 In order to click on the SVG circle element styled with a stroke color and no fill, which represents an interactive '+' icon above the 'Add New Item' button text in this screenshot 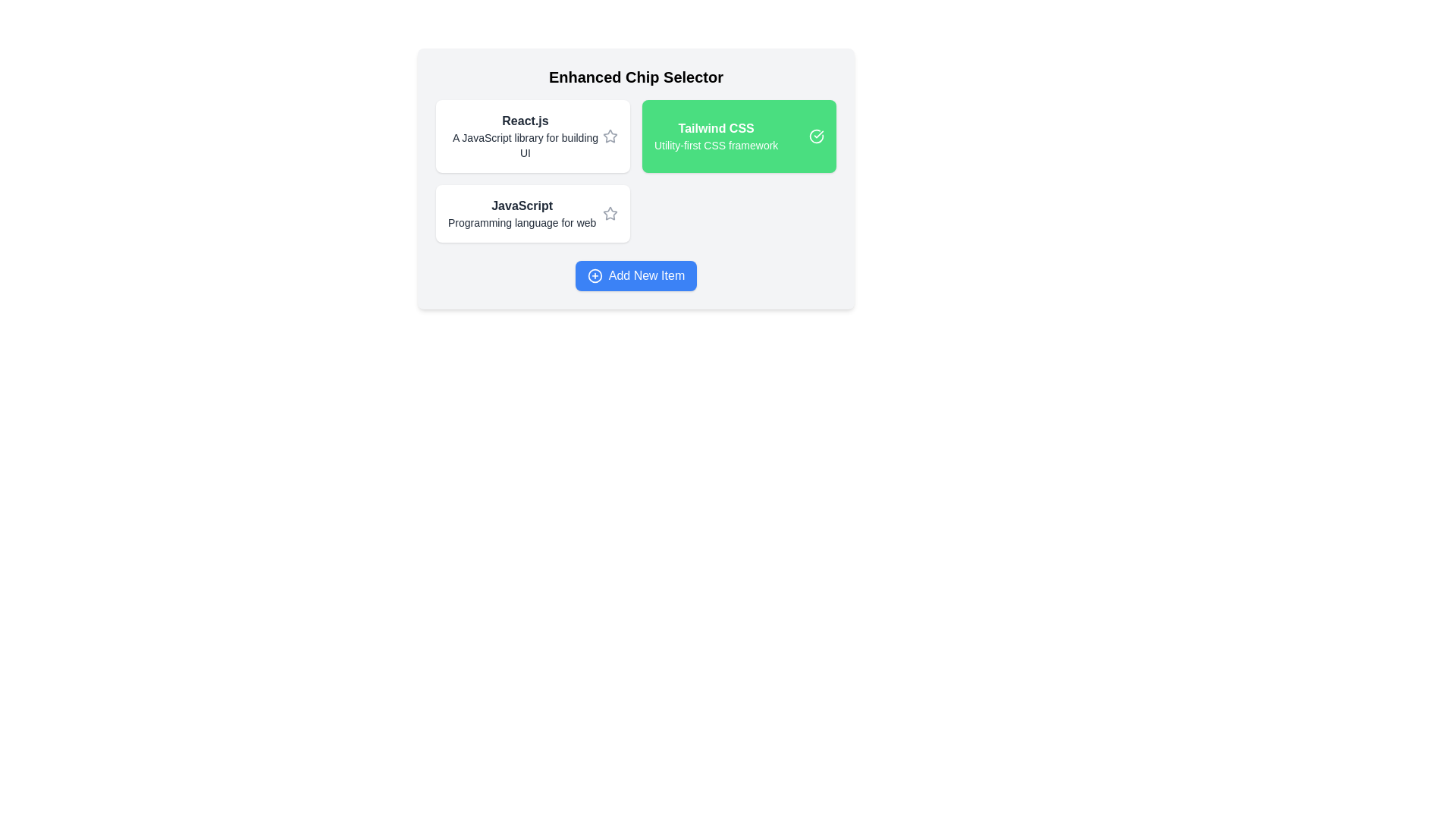, I will do `click(594, 275)`.